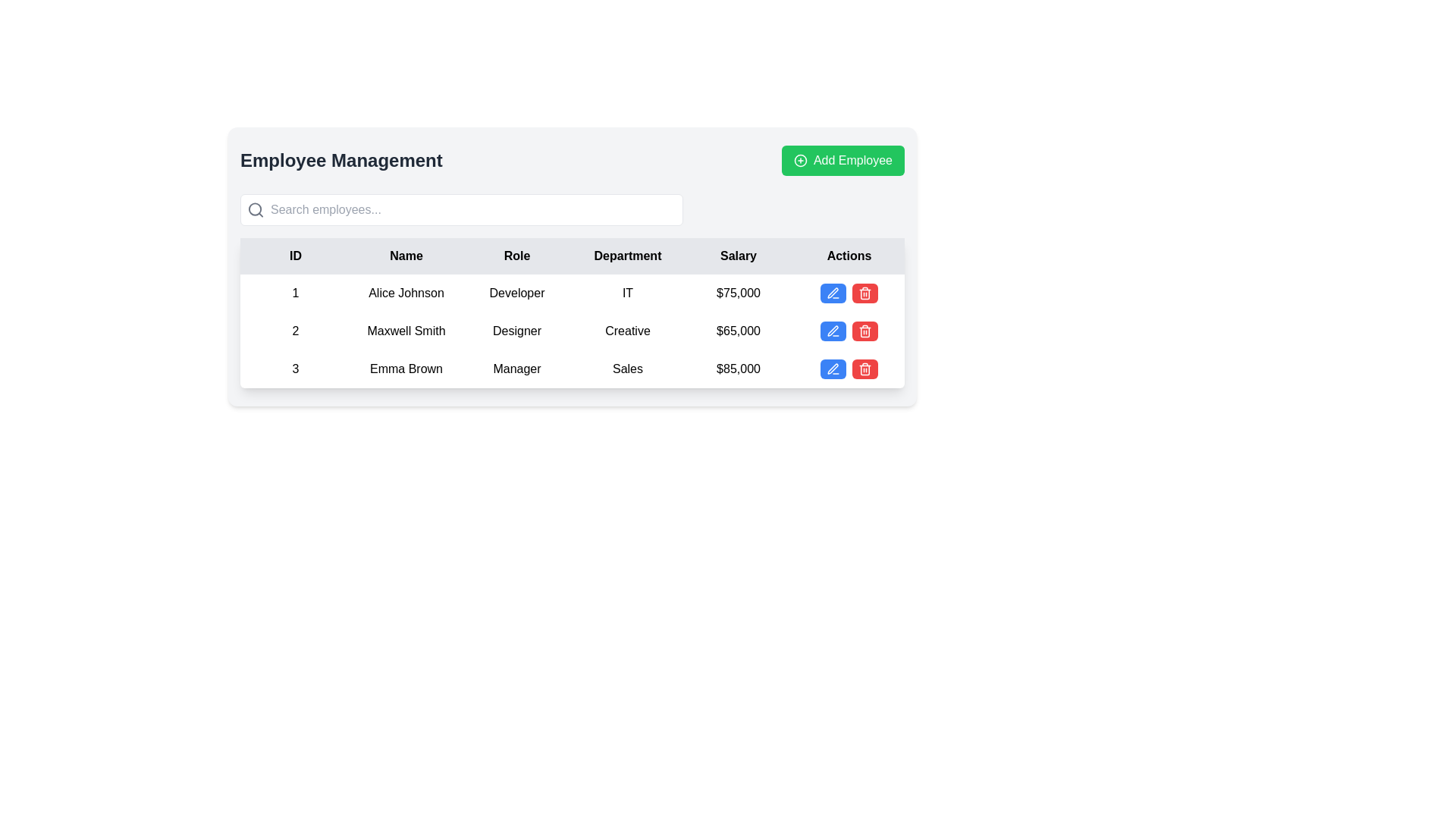 The image size is (1456, 819). Describe the element at coordinates (571, 265) in the screenshot. I see `the central area of the employee details table` at that location.